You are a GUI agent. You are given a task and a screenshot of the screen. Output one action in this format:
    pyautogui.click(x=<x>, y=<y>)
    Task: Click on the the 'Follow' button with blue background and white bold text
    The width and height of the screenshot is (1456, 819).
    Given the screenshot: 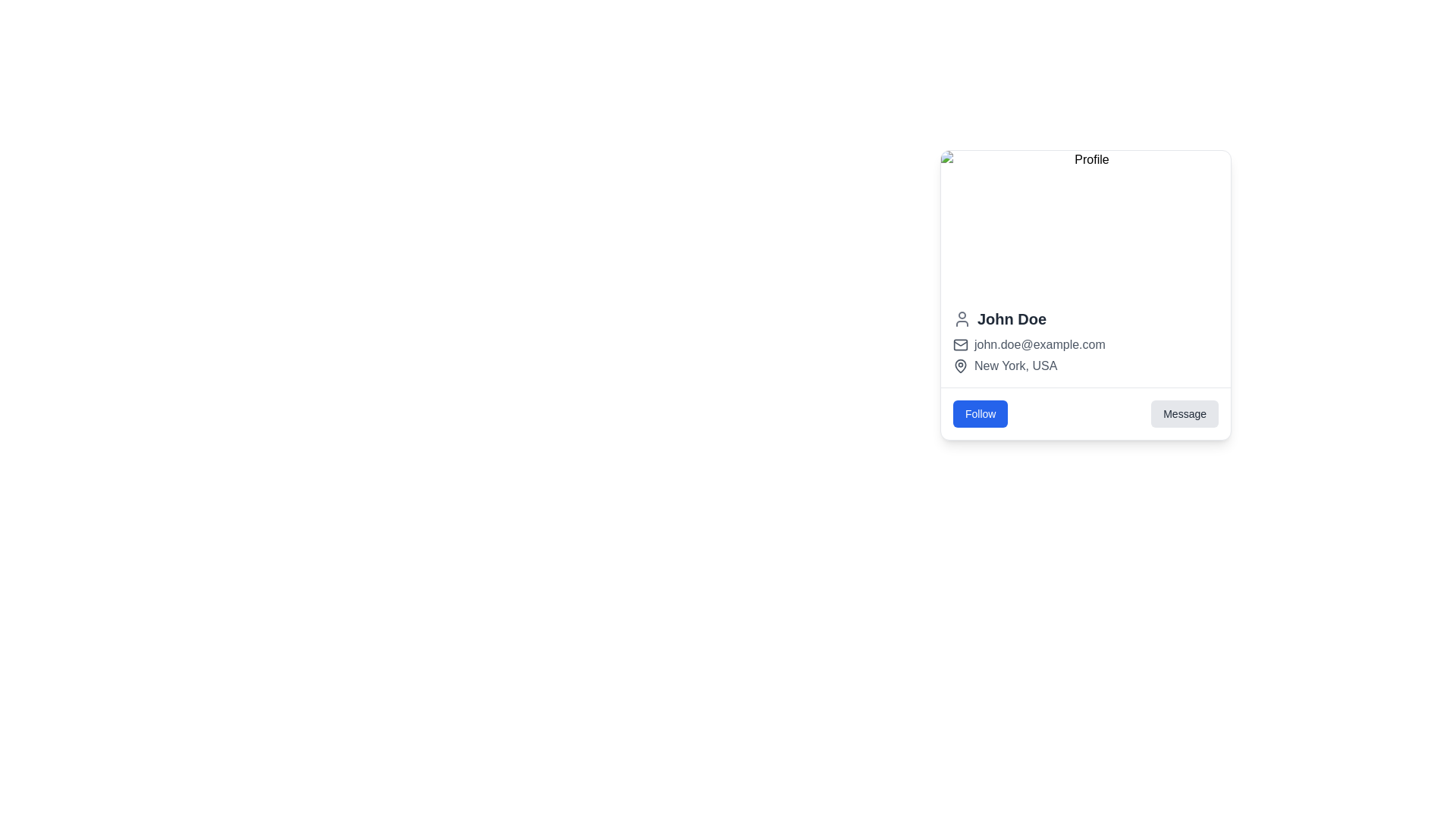 What is the action you would take?
    pyautogui.click(x=981, y=414)
    